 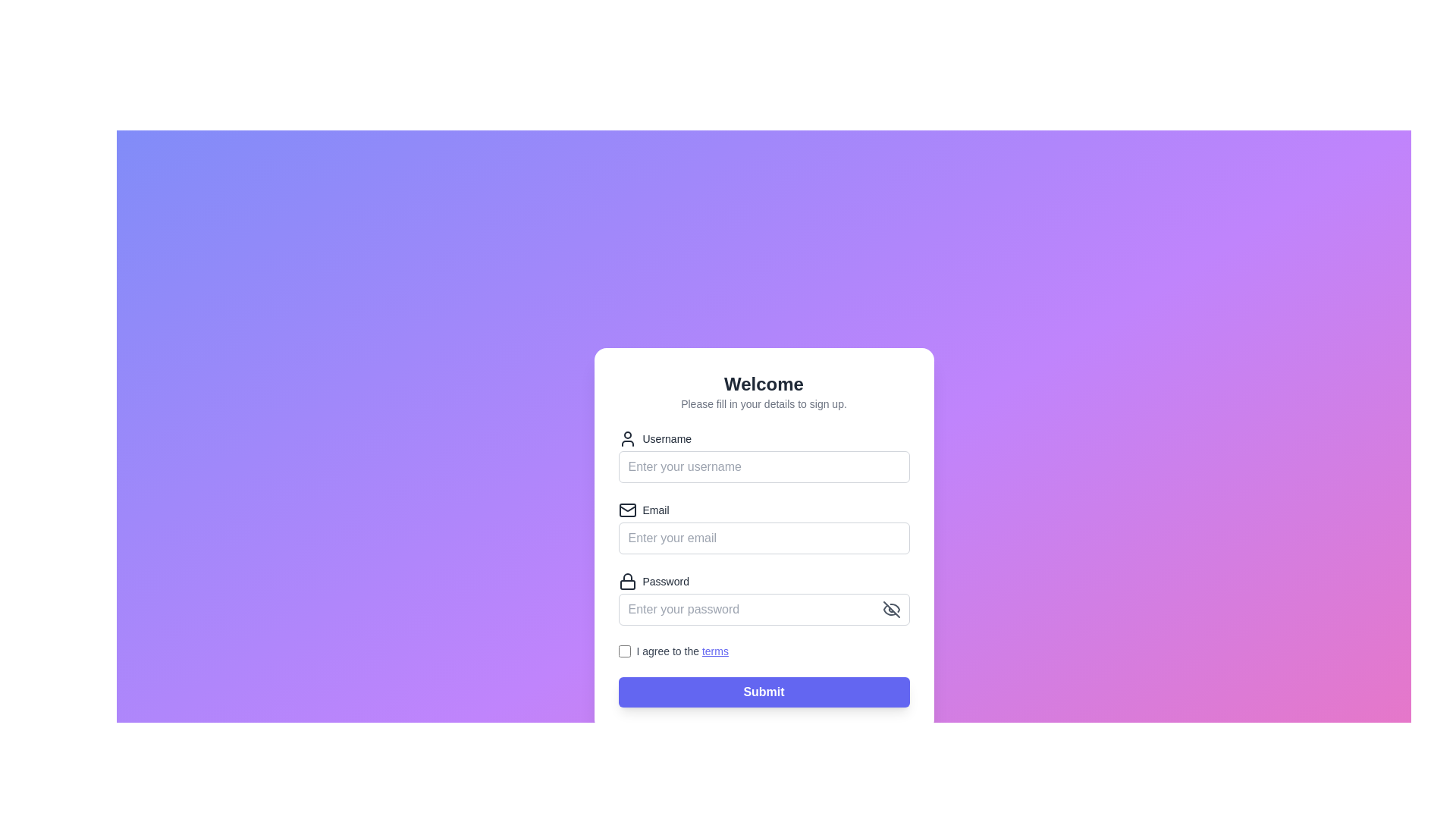 I want to click on the 'Submit' button, which is a rectangular button with a gradient background and bold white text, located at the bottom of the form, so click(x=764, y=692).